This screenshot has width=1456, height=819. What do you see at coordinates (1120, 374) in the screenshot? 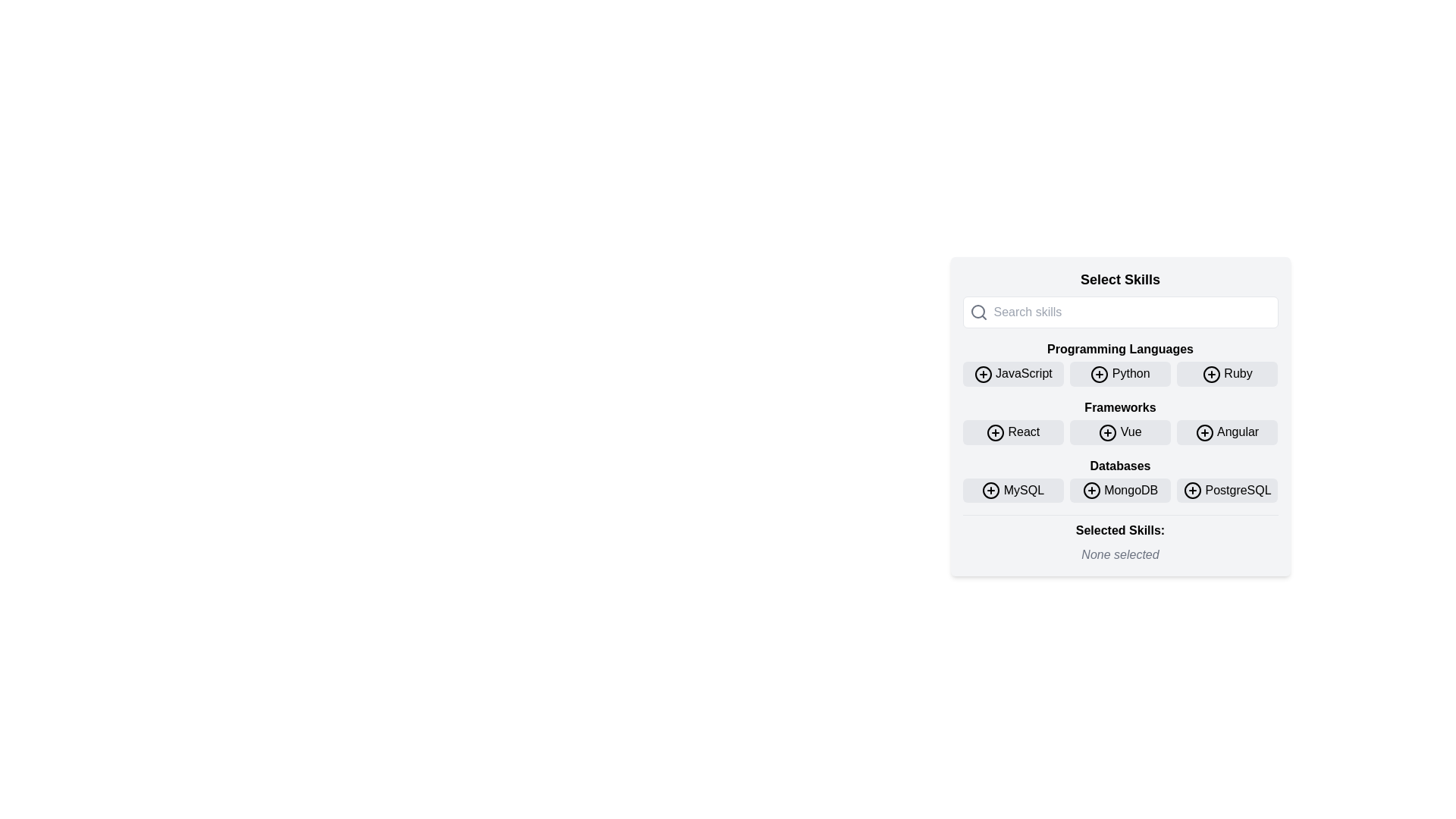
I see `the button labeled 'Python'` at bounding box center [1120, 374].